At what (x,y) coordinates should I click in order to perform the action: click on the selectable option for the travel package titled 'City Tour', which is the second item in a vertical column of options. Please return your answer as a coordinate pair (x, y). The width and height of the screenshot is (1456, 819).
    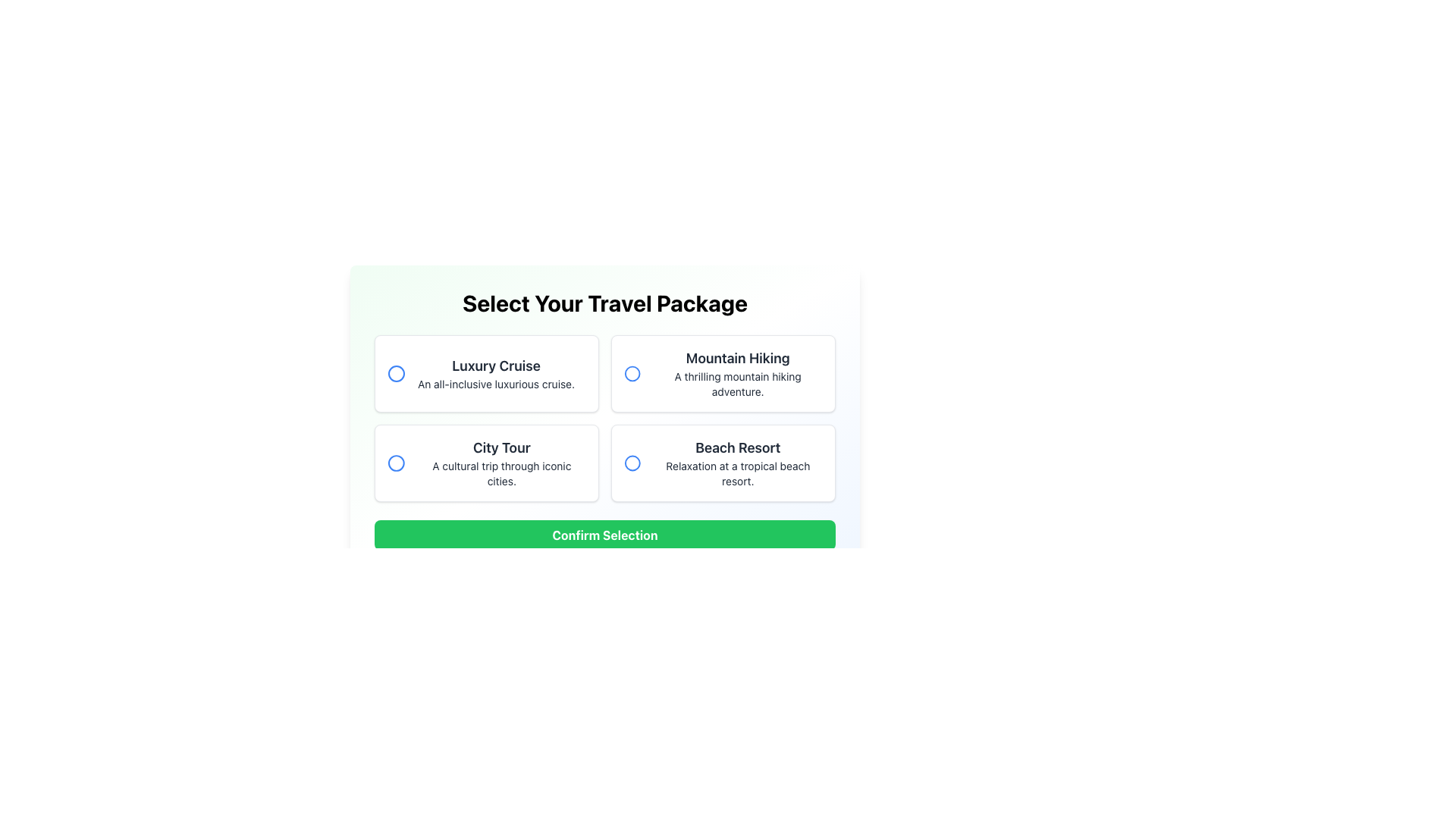
    Looking at the image, I should click on (501, 462).